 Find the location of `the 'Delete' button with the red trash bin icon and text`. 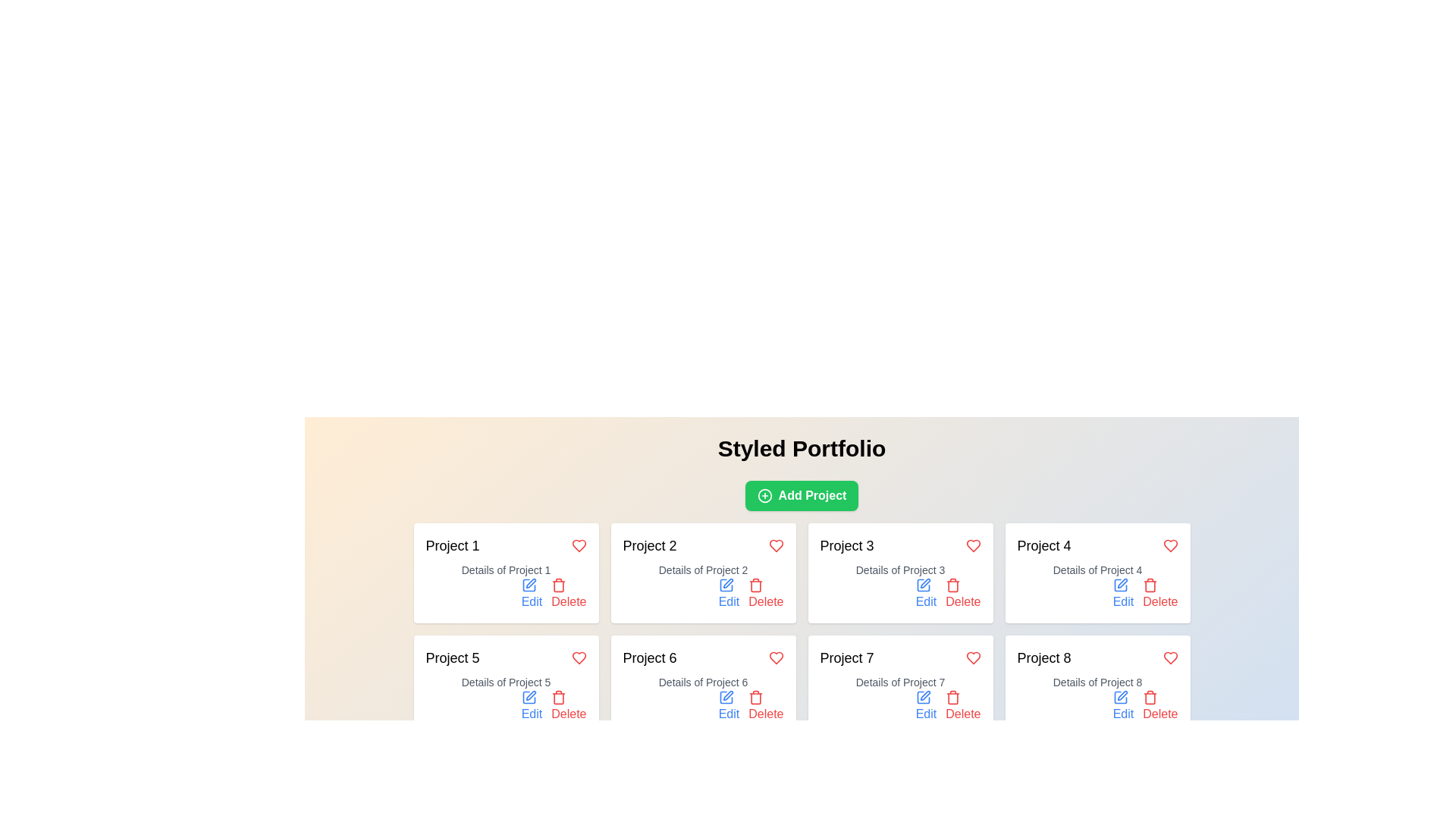

the 'Delete' button with the red trash bin icon and text is located at coordinates (766, 593).